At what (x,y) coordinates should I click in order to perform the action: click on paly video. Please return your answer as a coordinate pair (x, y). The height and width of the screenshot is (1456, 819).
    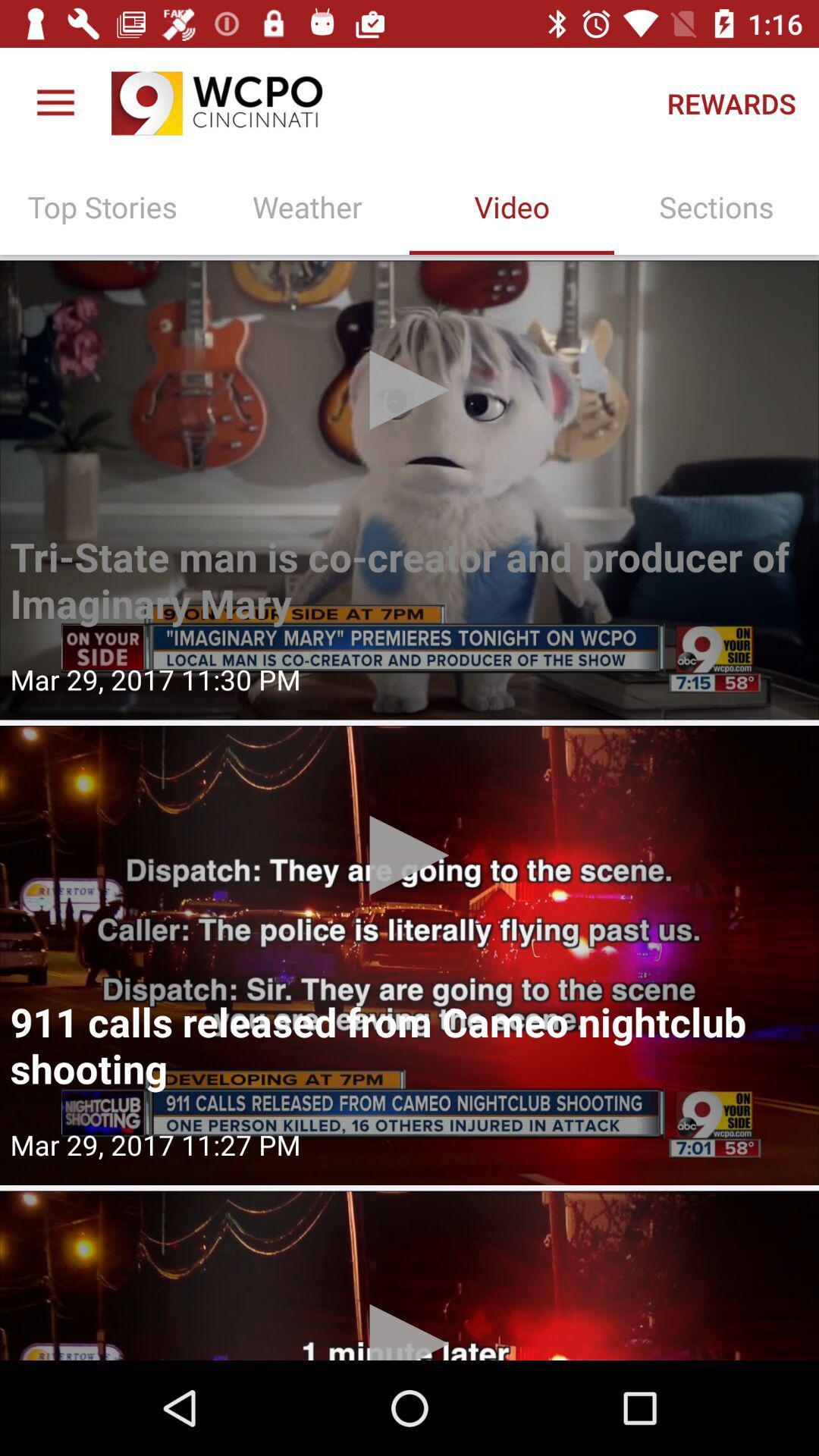
    Looking at the image, I should click on (409, 954).